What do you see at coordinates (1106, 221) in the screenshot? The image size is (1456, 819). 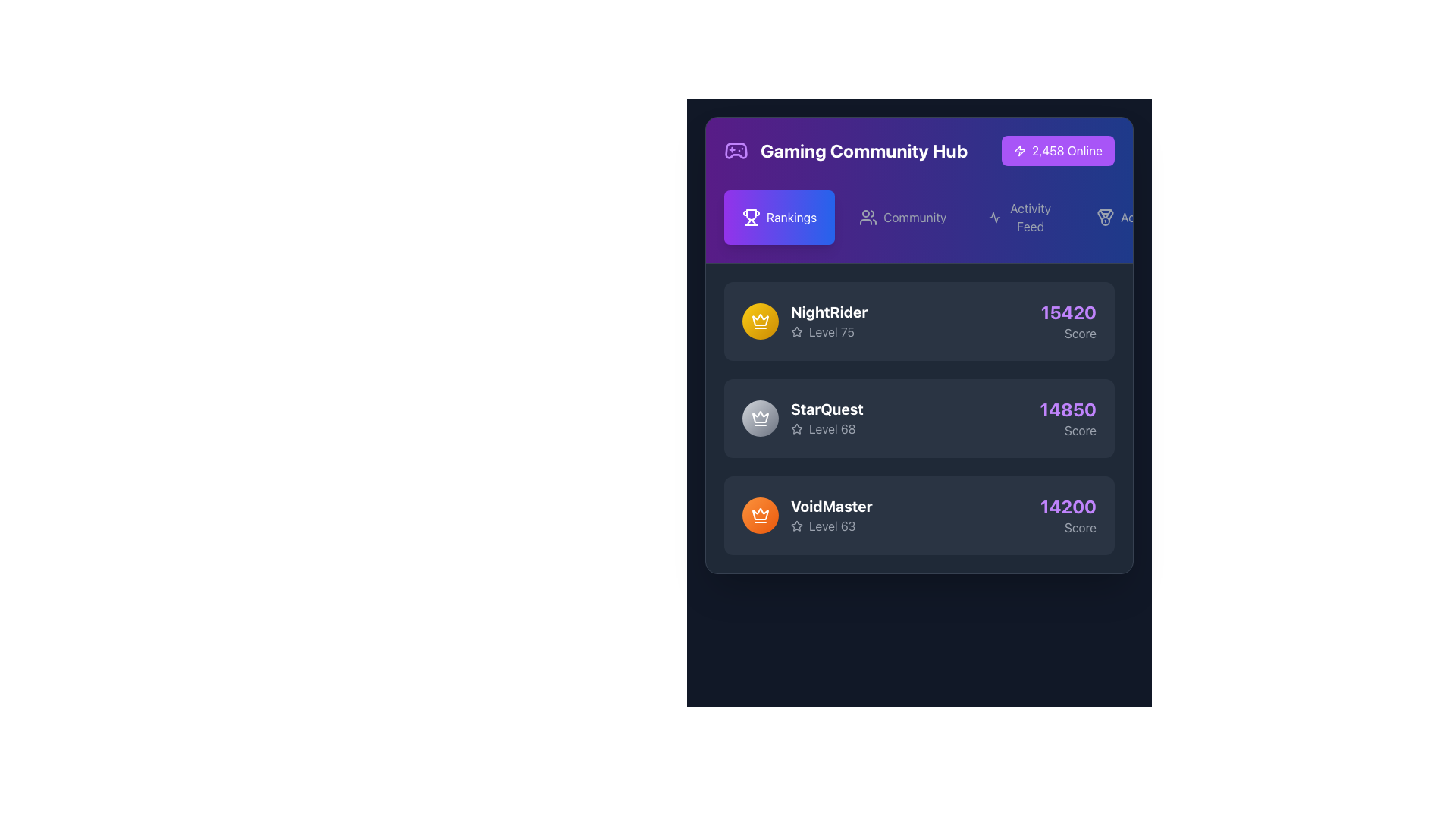 I see `the decorative circle graphical element that enhances the medal icon located in the top-right corner of the header section` at bounding box center [1106, 221].